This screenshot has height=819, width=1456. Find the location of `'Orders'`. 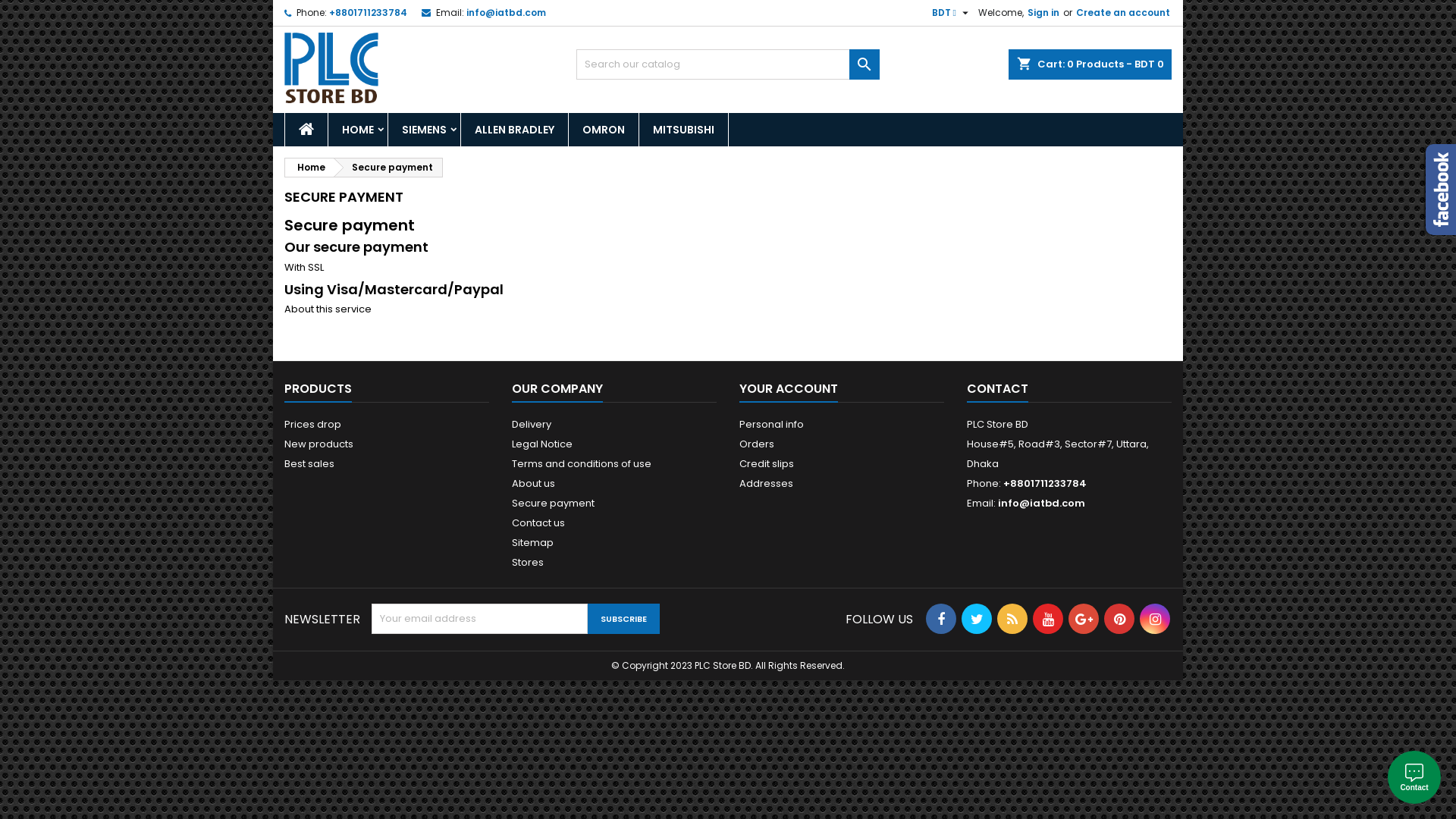

'Orders' is located at coordinates (757, 444).